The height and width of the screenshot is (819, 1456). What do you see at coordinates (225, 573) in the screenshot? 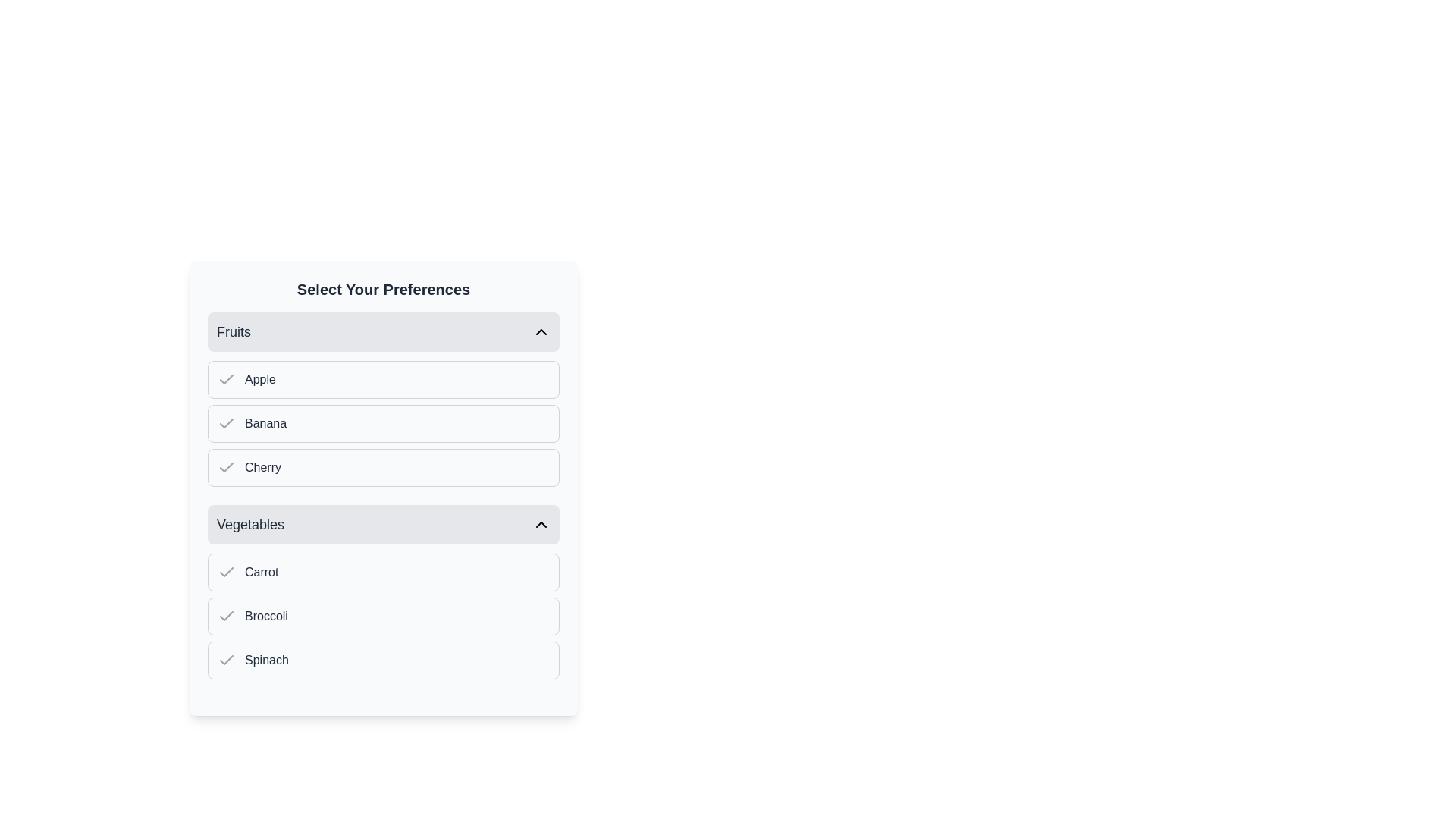
I see `the small checkmark icon associated with the 'Carrot' list item under the 'Vegetables' section` at bounding box center [225, 573].